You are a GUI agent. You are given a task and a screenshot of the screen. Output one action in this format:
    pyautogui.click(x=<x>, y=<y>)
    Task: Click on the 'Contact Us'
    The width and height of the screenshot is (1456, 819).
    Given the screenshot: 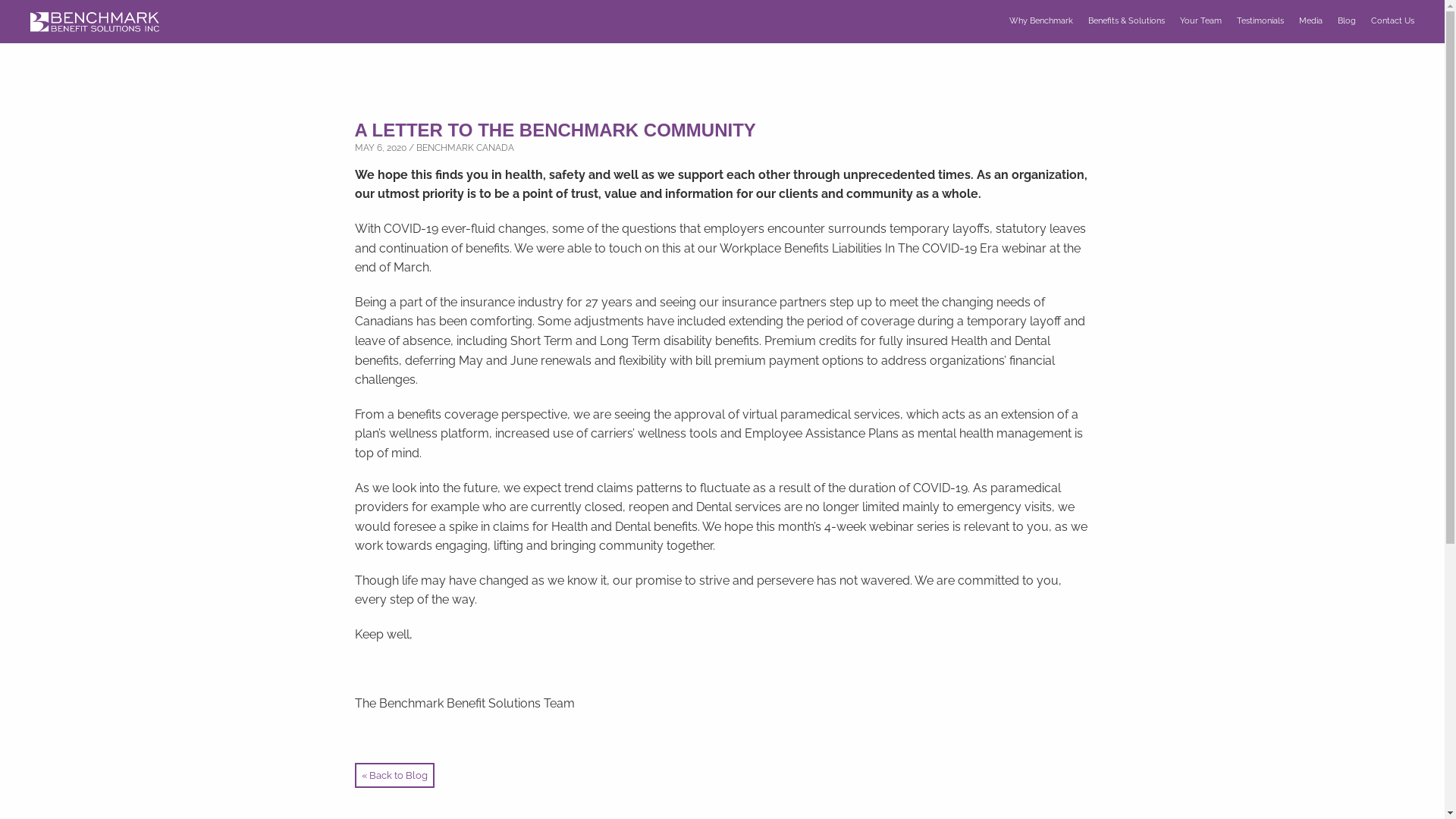 What is the action you would take?
    pyautogui.click(x=1392, y=20)
    